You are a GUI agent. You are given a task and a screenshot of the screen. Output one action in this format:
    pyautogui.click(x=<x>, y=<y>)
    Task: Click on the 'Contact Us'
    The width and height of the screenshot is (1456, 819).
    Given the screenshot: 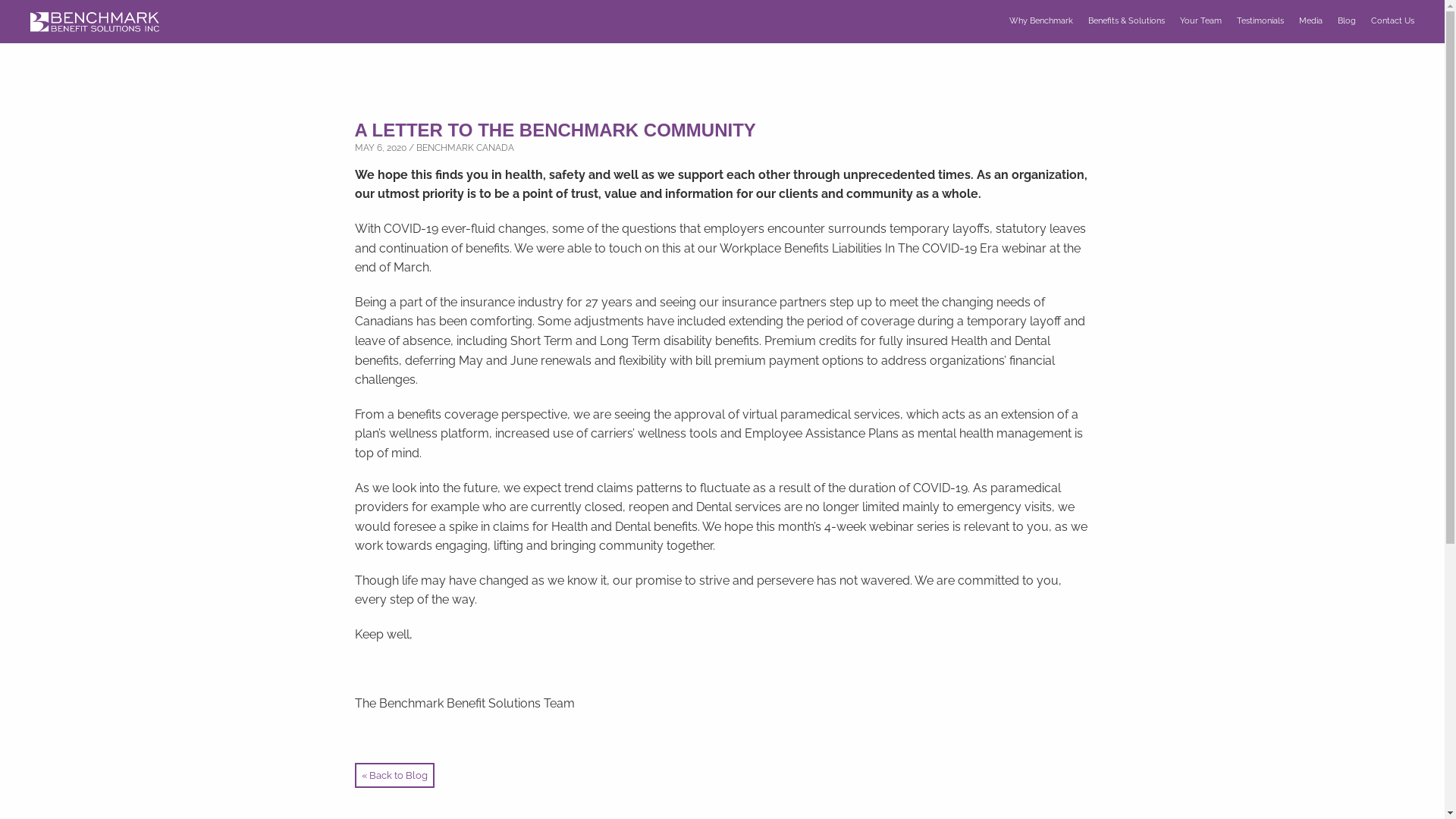 What is the action you would take?
    pyautogui.click(x=1392, y=20)
    